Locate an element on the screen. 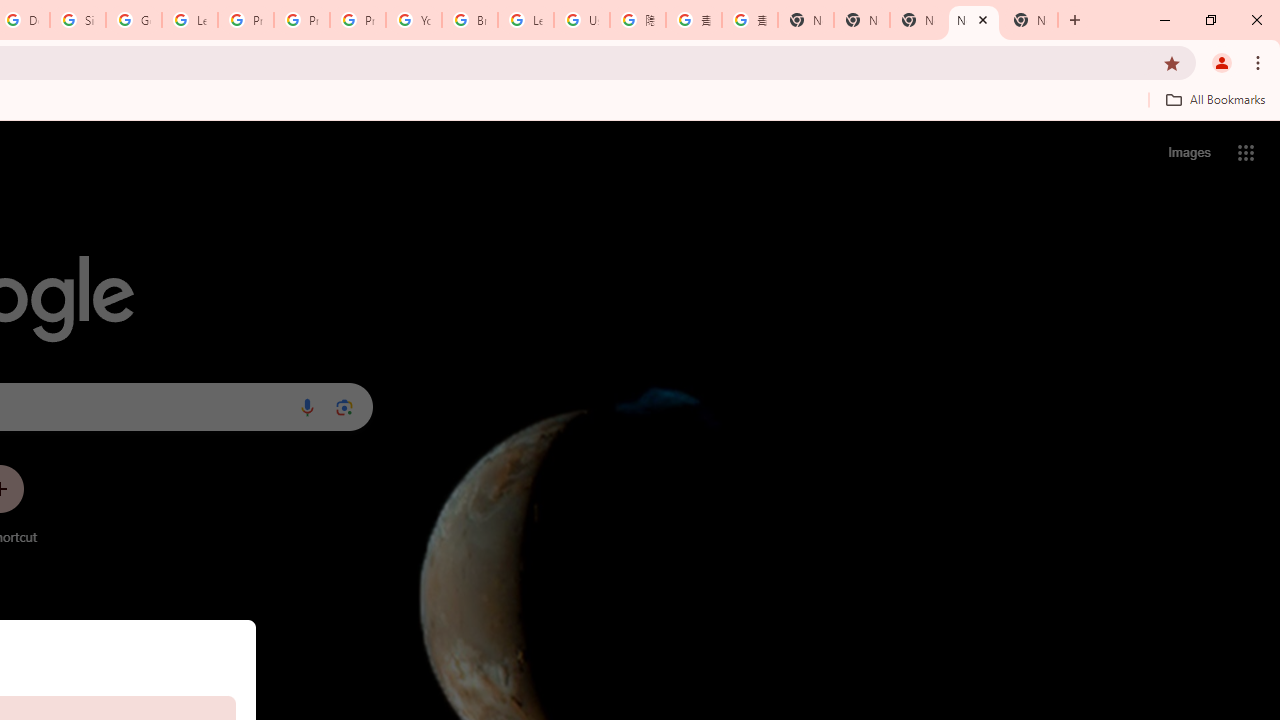 This screenshot has height=720, width=1280. 'Privacy Help Center - Policies Help' is located at coordinates (244, 20).